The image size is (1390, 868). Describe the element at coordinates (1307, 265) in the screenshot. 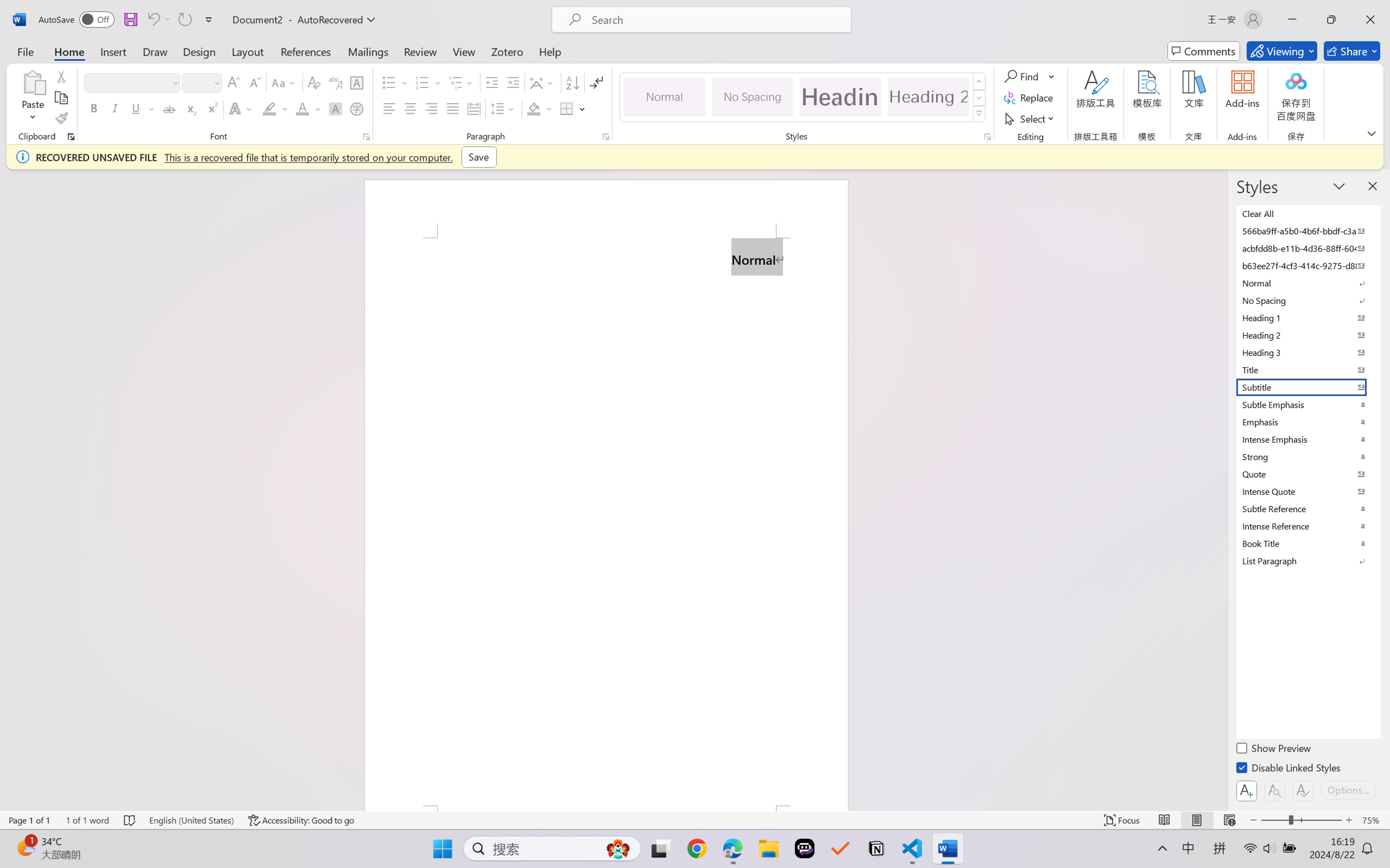

I see `'b63ee27f-4cf3-414c-9275-d88e3f90795e'` at that location.